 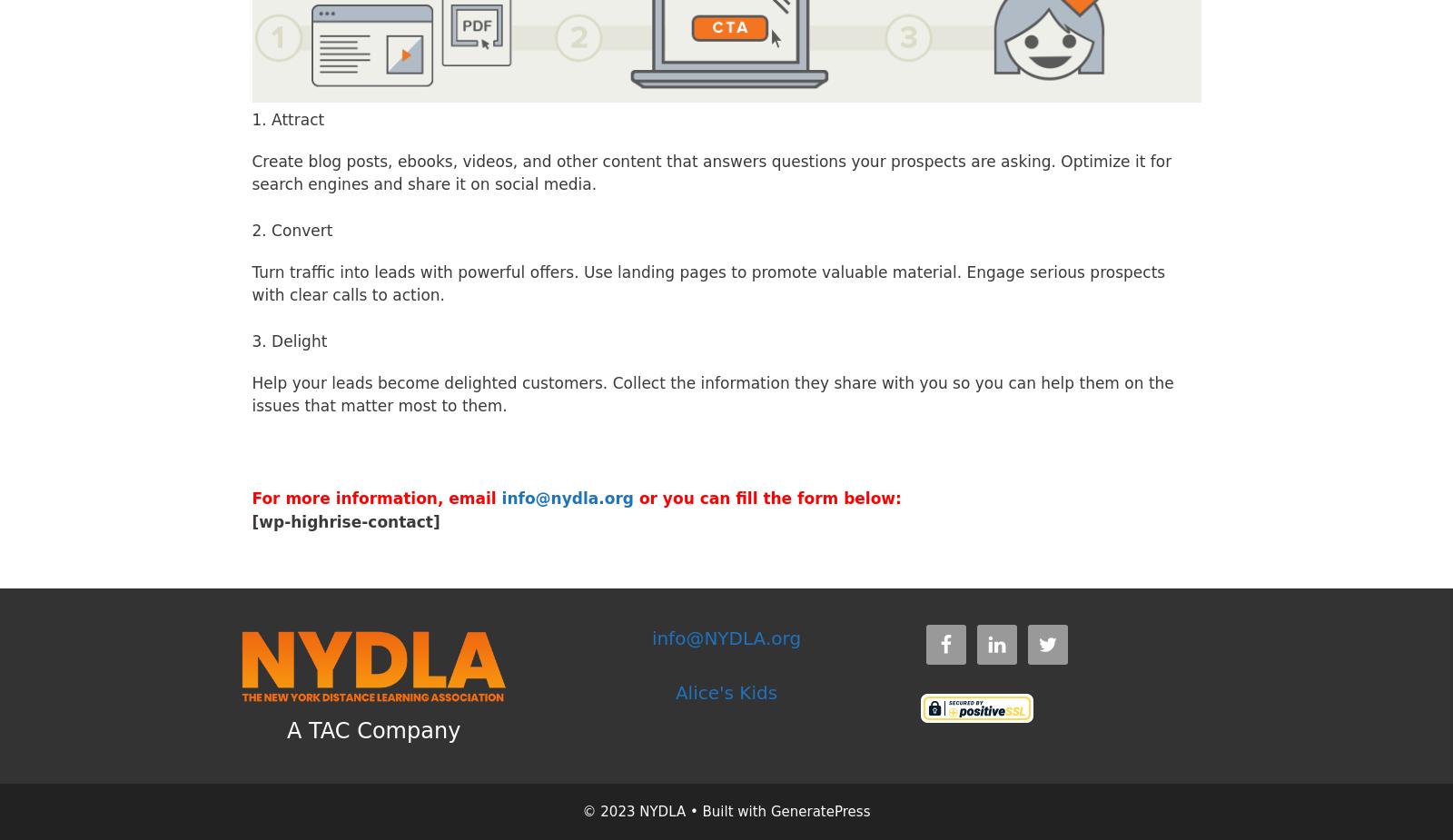 I want to click on 'Turn traffic into leads with powerful offers. Use landing pages to promote valuable material. Engage serious prospects with clear calls to action.', so click(x=708, y=282).